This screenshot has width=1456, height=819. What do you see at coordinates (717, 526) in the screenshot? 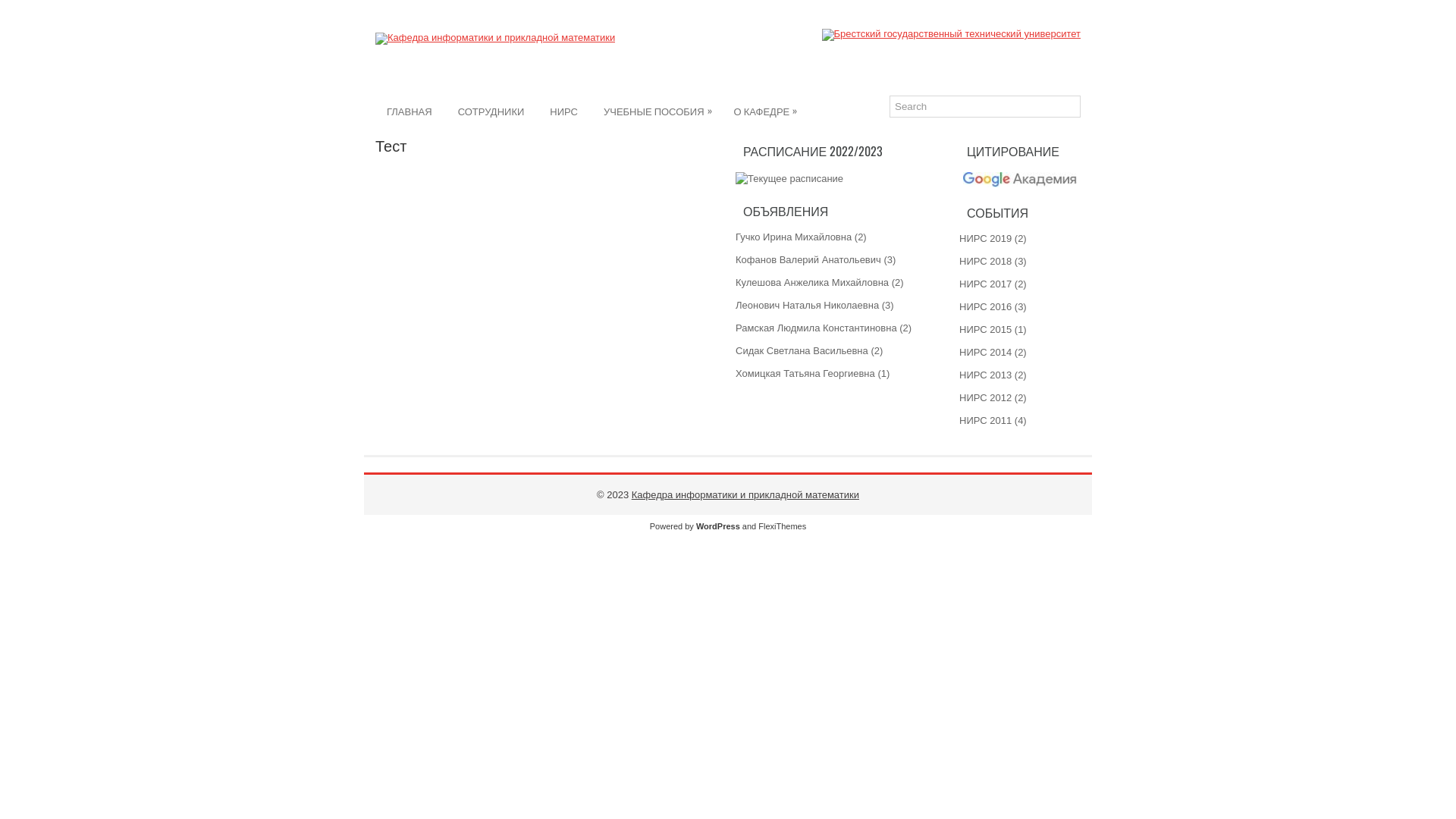
I see `'WordPress'` at bounding box center [717, 526].